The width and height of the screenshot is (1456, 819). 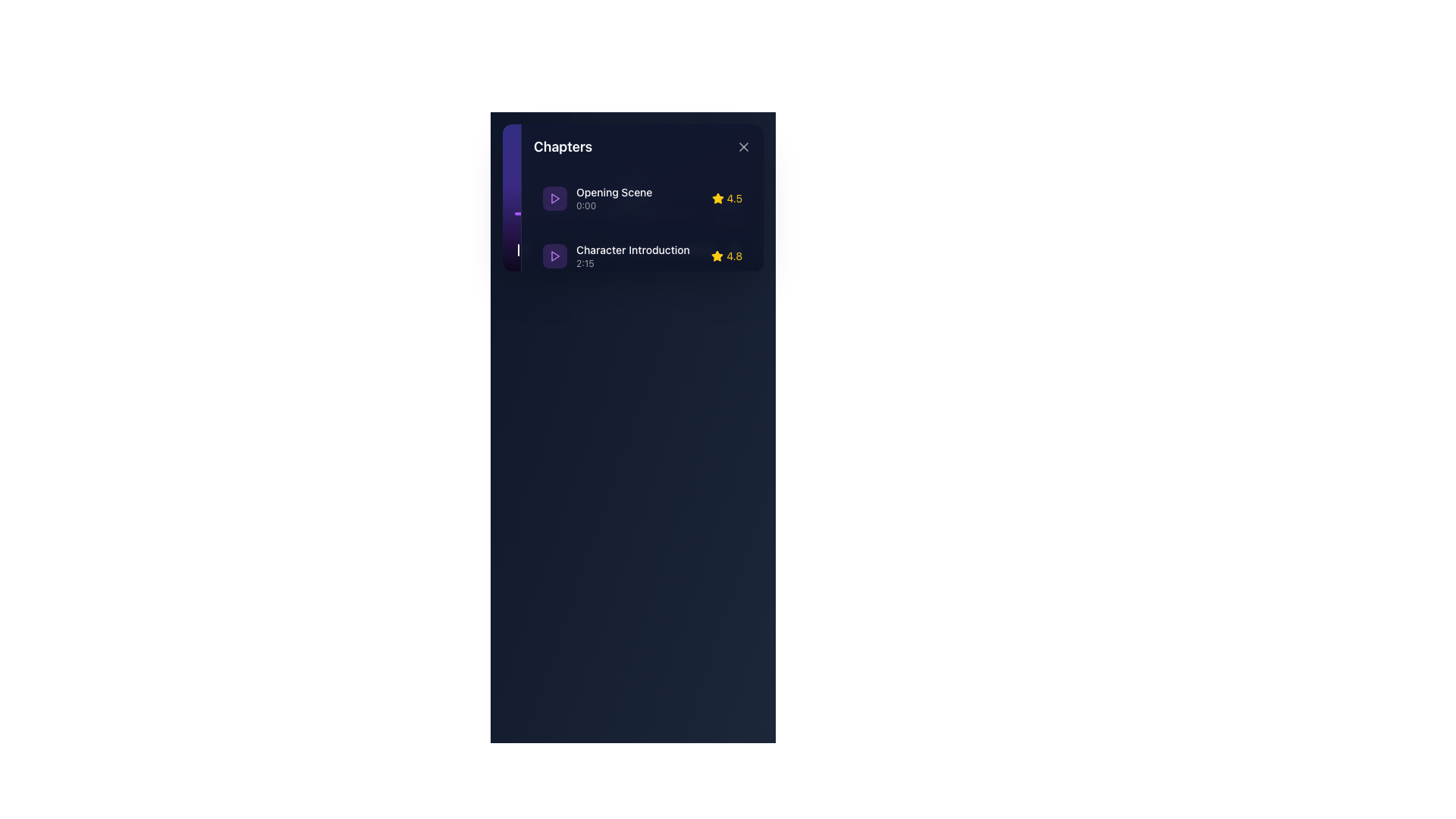 What do you see at coordinates (642, 198) in the screenshot?
I see `the interactive list item displaying the chapter title 'Opening Scene'` at bounding box center [642, 198].